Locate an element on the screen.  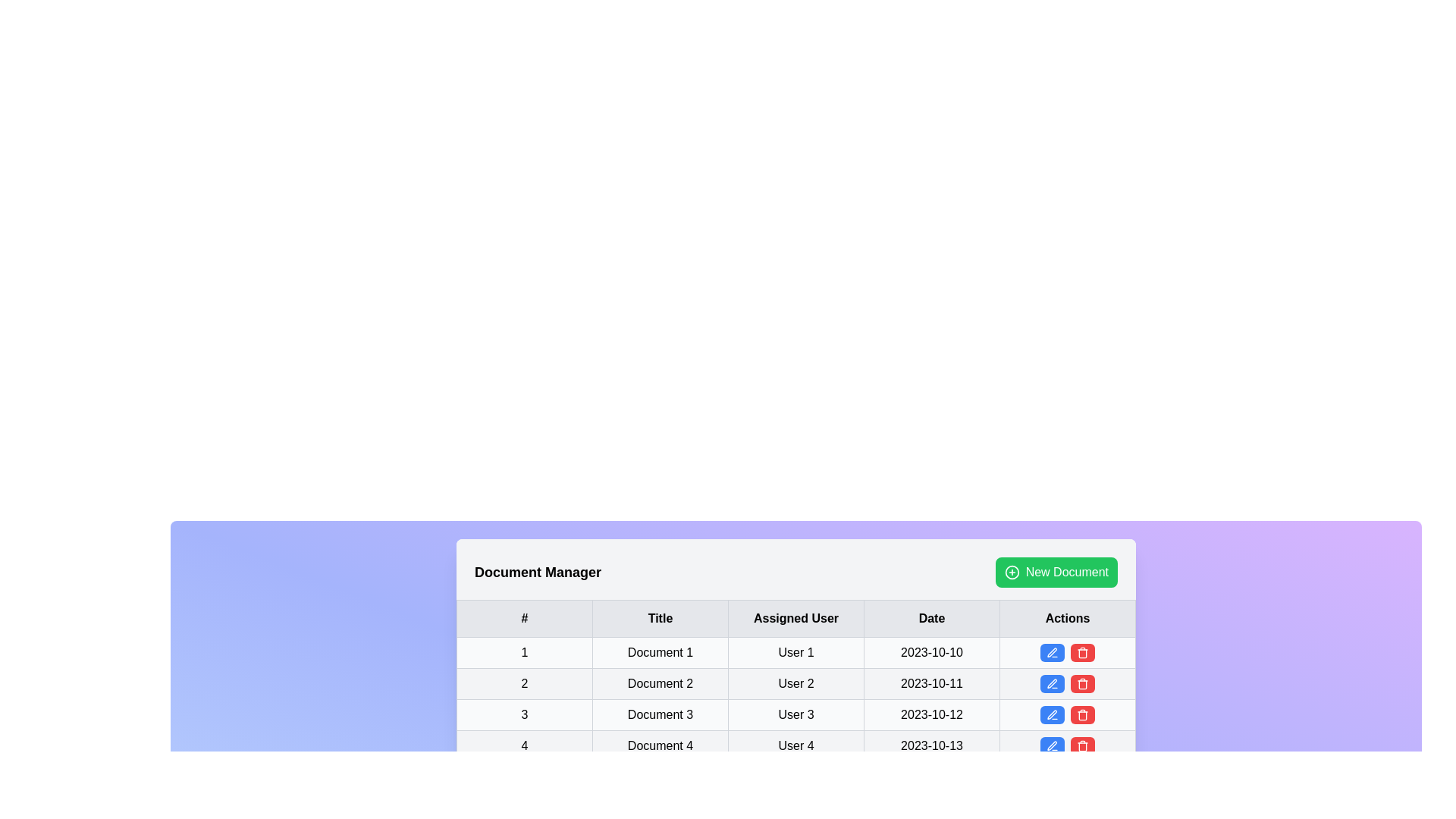
the delete button in the 'Actions' column of the fourth row of the table, which is represented by a trash can icon is located at coordinates (1082, 714).